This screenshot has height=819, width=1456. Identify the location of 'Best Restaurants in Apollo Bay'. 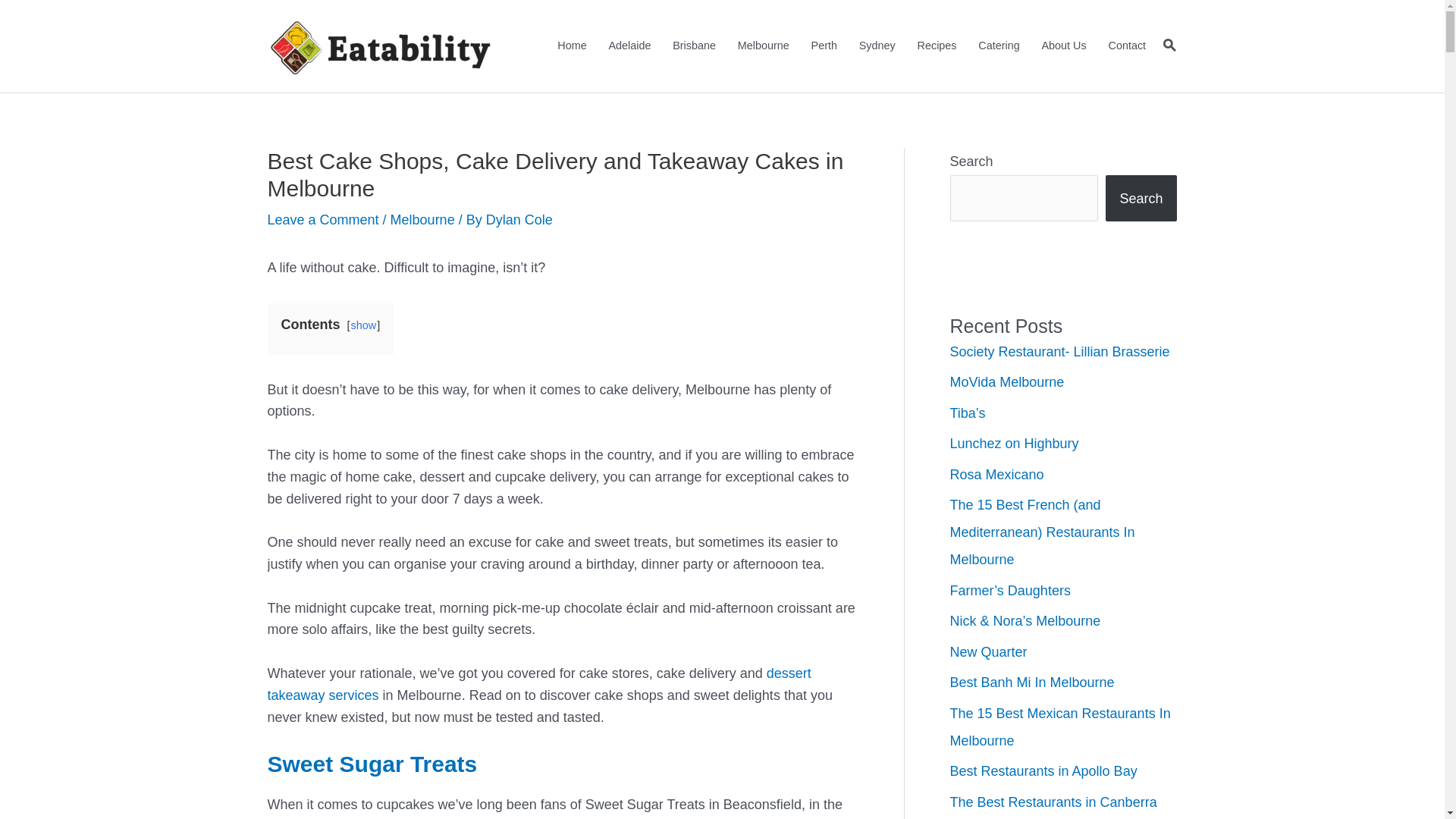
(1042, 771).